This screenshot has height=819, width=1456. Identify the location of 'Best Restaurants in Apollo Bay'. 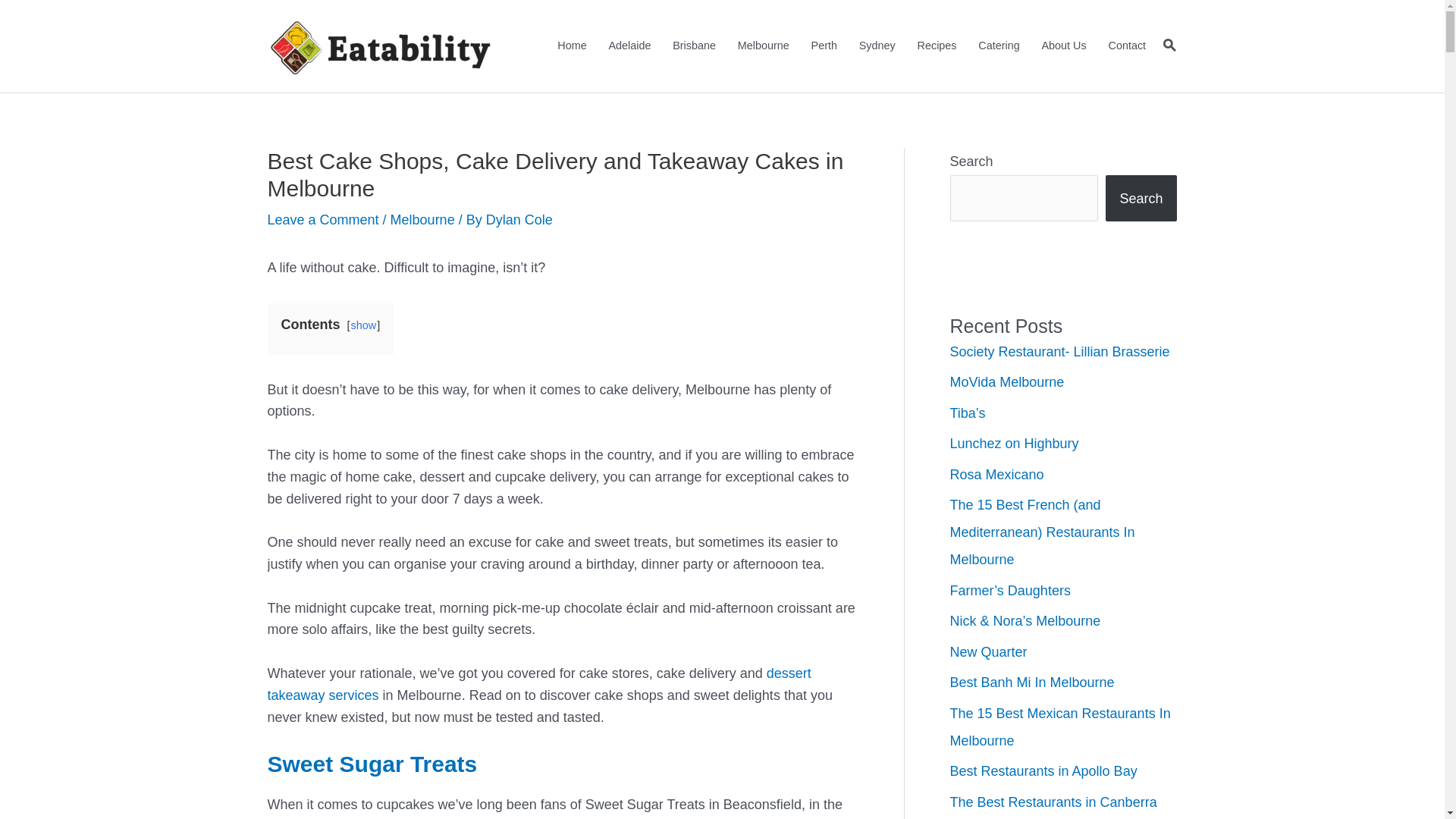
(1042, 771).